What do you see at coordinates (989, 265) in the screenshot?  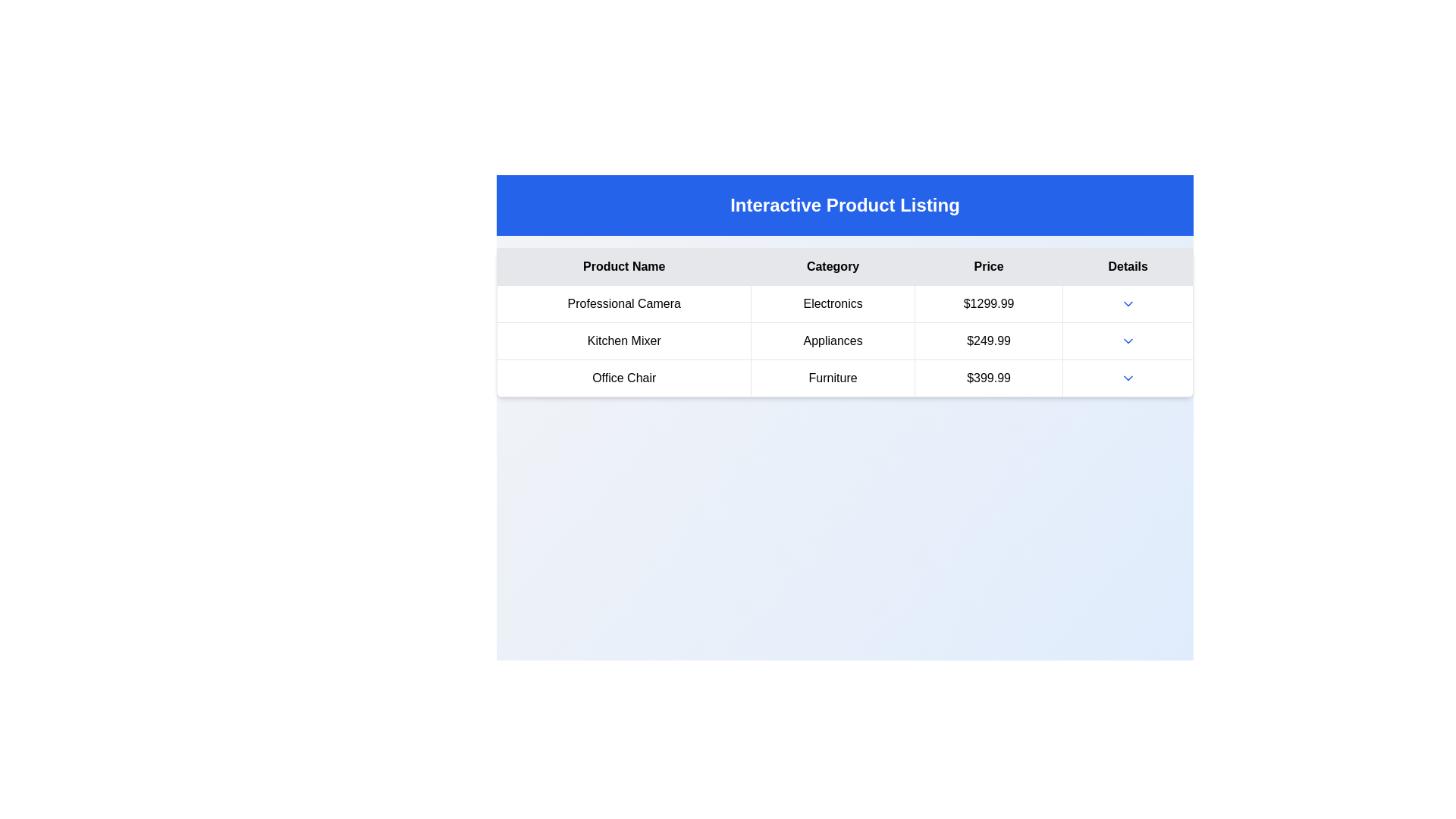 I see `the 'Price' column header label, which is the third column in the header row of the table` at bounding box center [989, 265].